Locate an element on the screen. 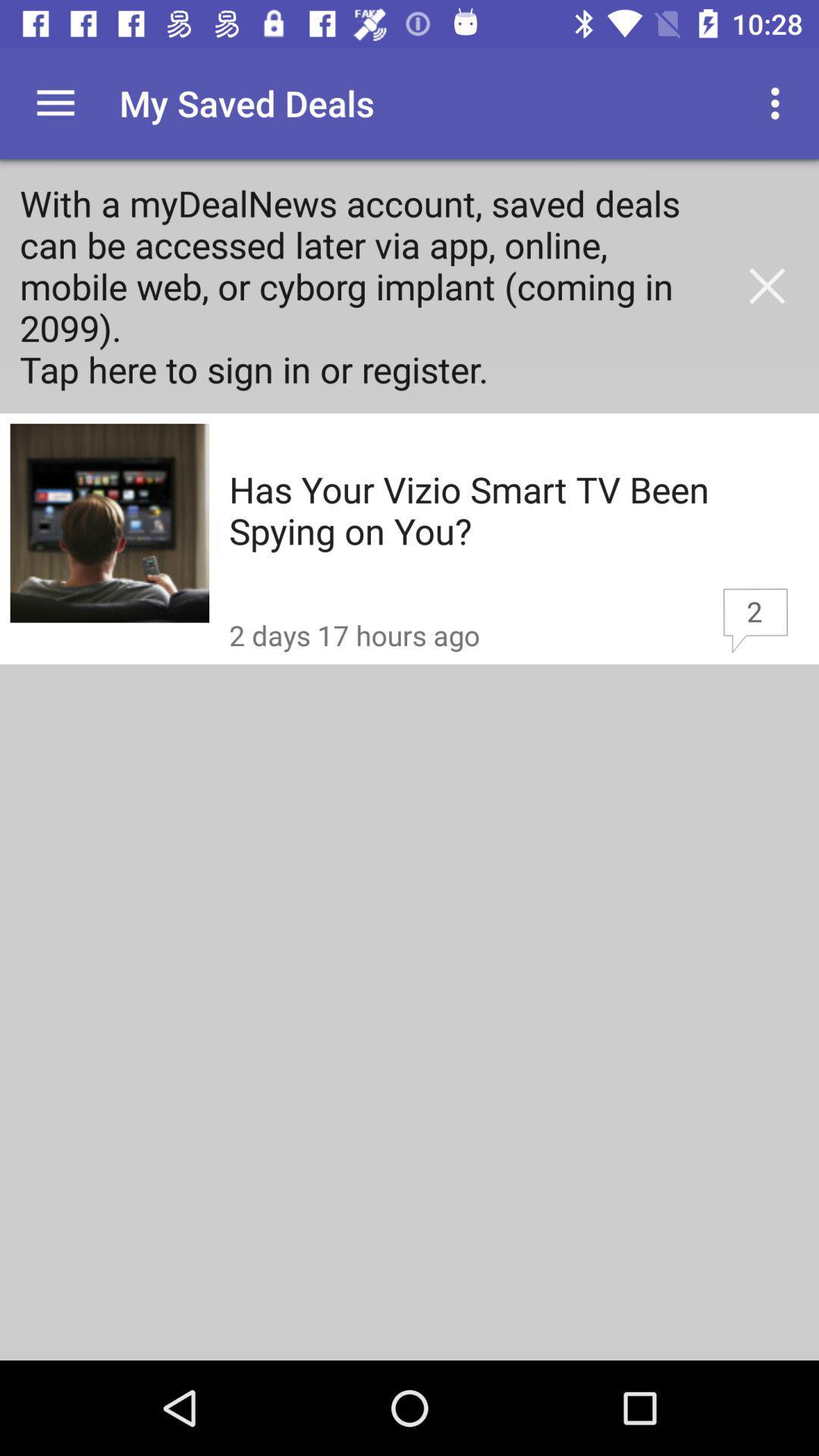 The image size is (819, 1456). item to the right of the with a mydealnews item is located at coordinates (767, 286).